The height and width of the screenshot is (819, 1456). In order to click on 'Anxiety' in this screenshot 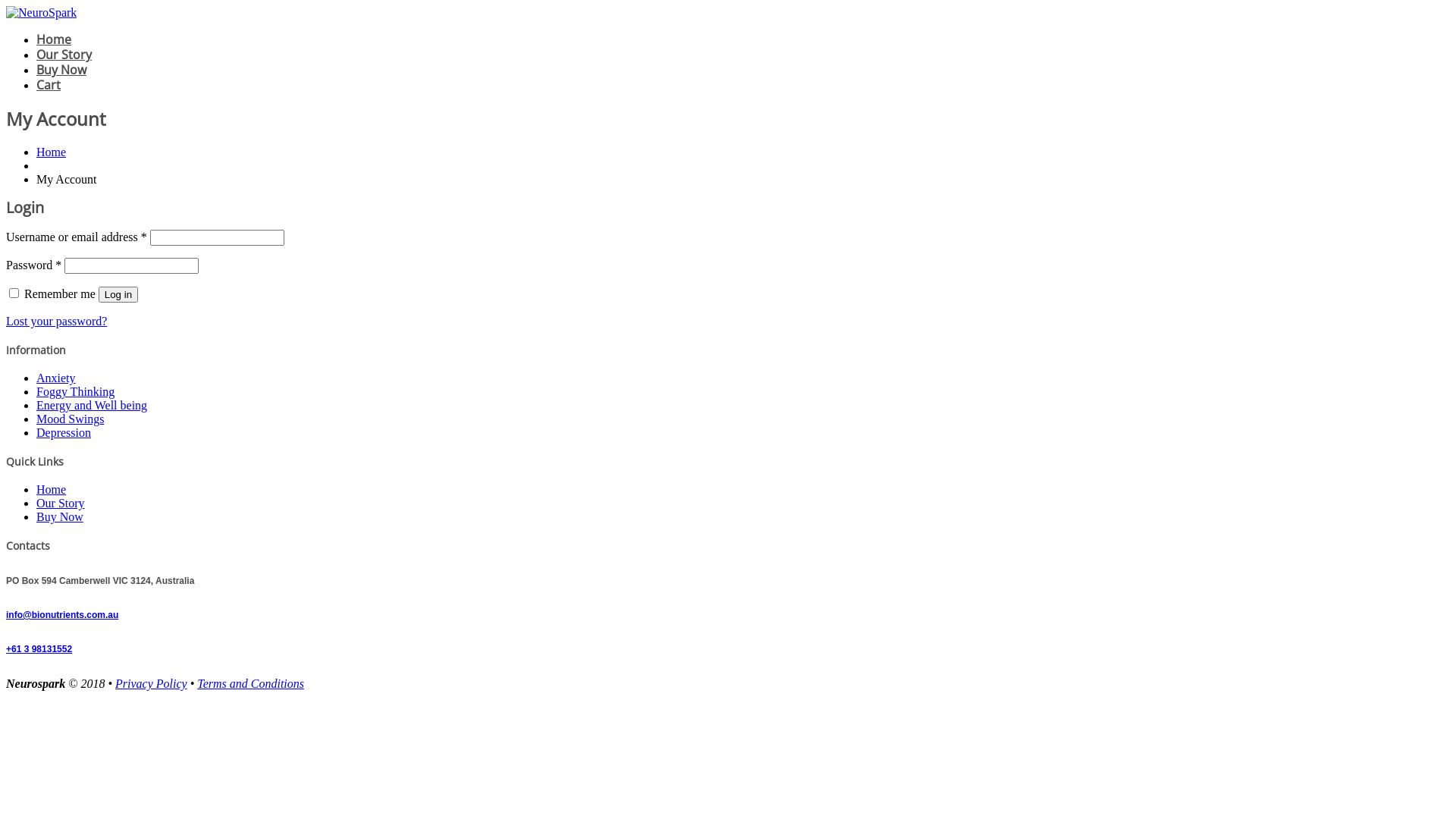, I will do `click(55, 377)`.